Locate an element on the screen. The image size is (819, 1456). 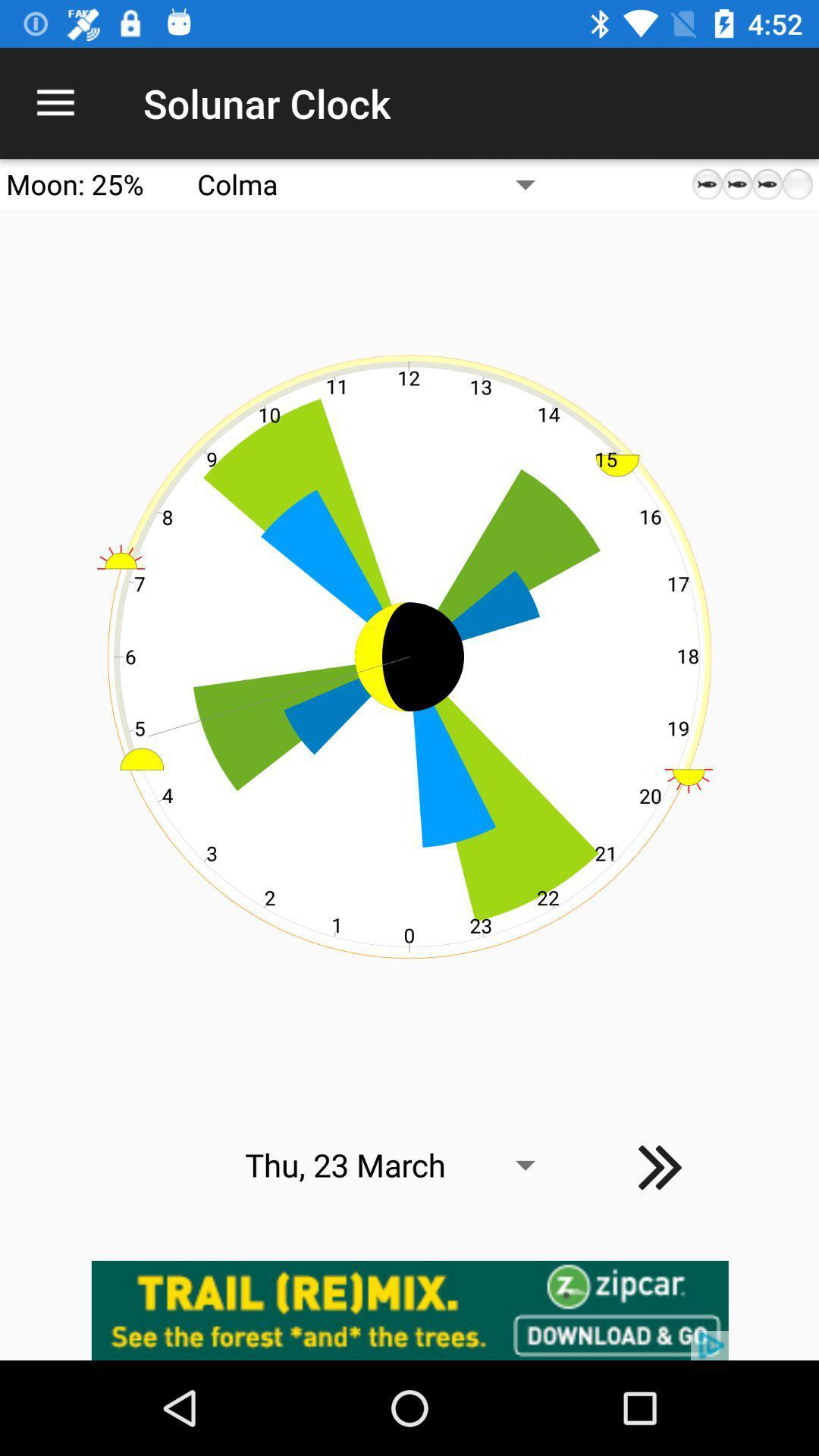
advertisement is located at coordinates (409, 1310).